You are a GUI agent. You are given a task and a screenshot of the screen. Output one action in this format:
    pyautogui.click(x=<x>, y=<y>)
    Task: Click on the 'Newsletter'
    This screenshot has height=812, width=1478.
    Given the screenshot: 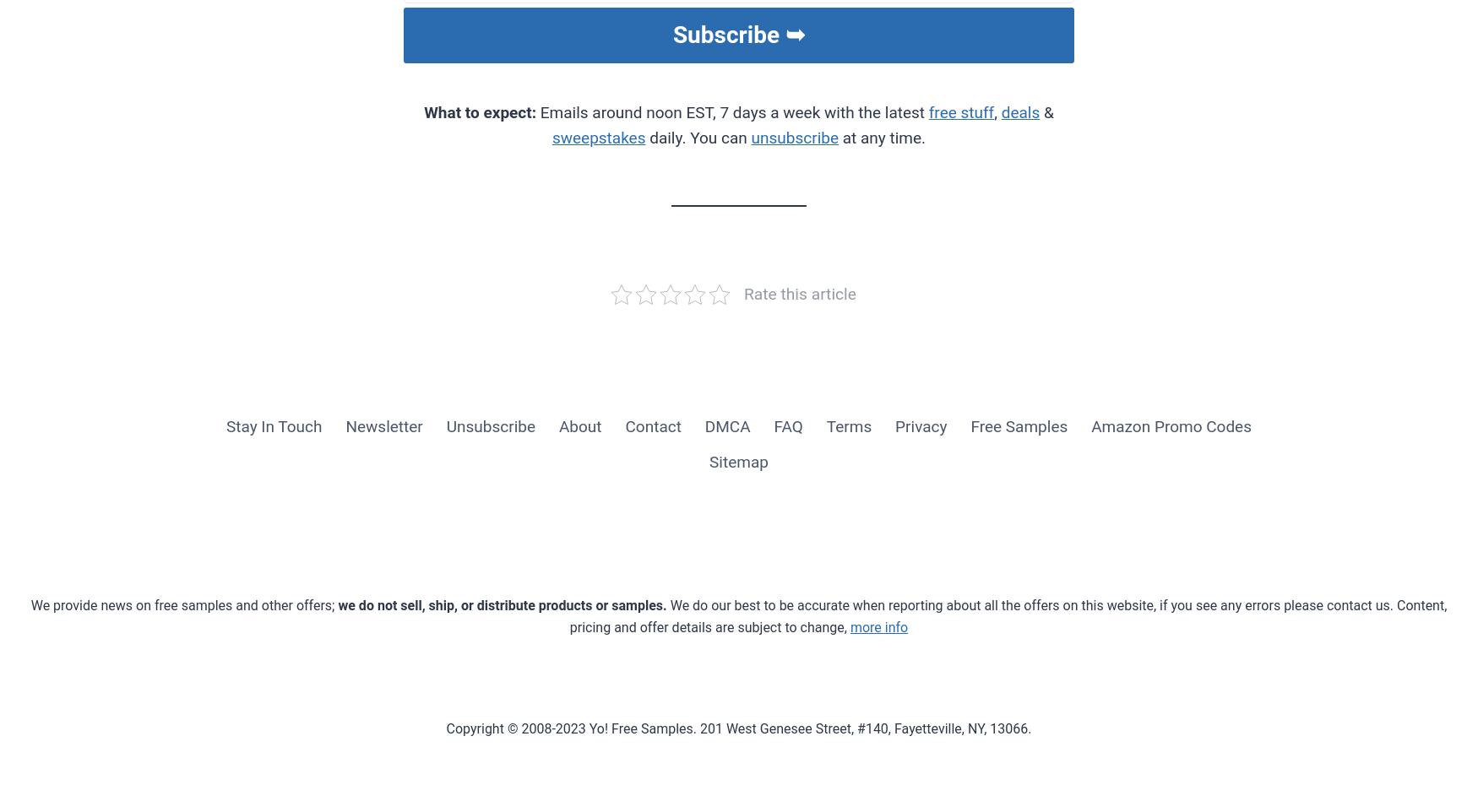 What is the action you would take?
    pyautogui.click(x=383, y=425)
    